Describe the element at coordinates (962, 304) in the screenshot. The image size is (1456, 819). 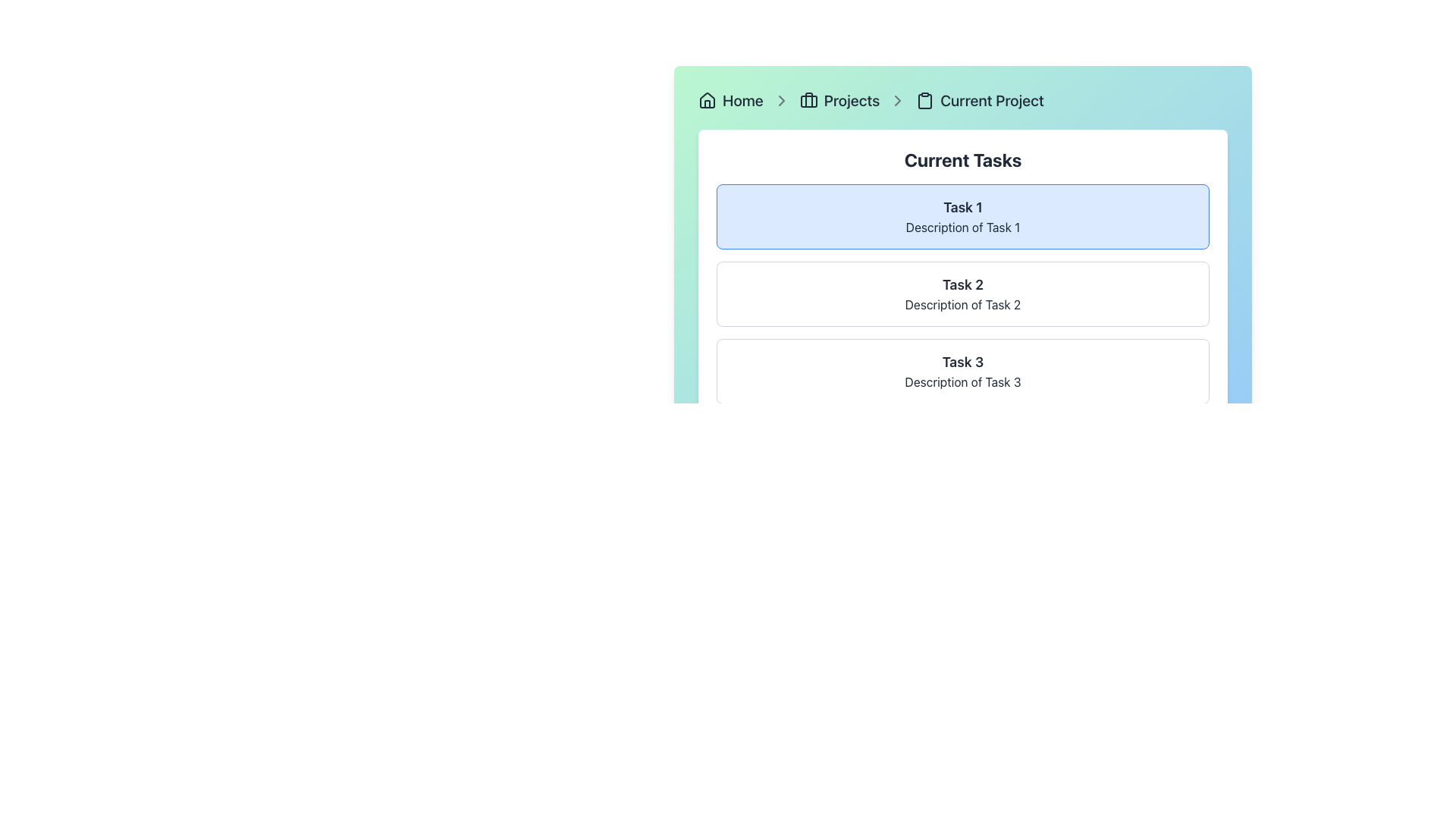
I see `the descriptive text label for 'Task 2' located under the title within the bordered card in the vertical list of tasks` at that location.